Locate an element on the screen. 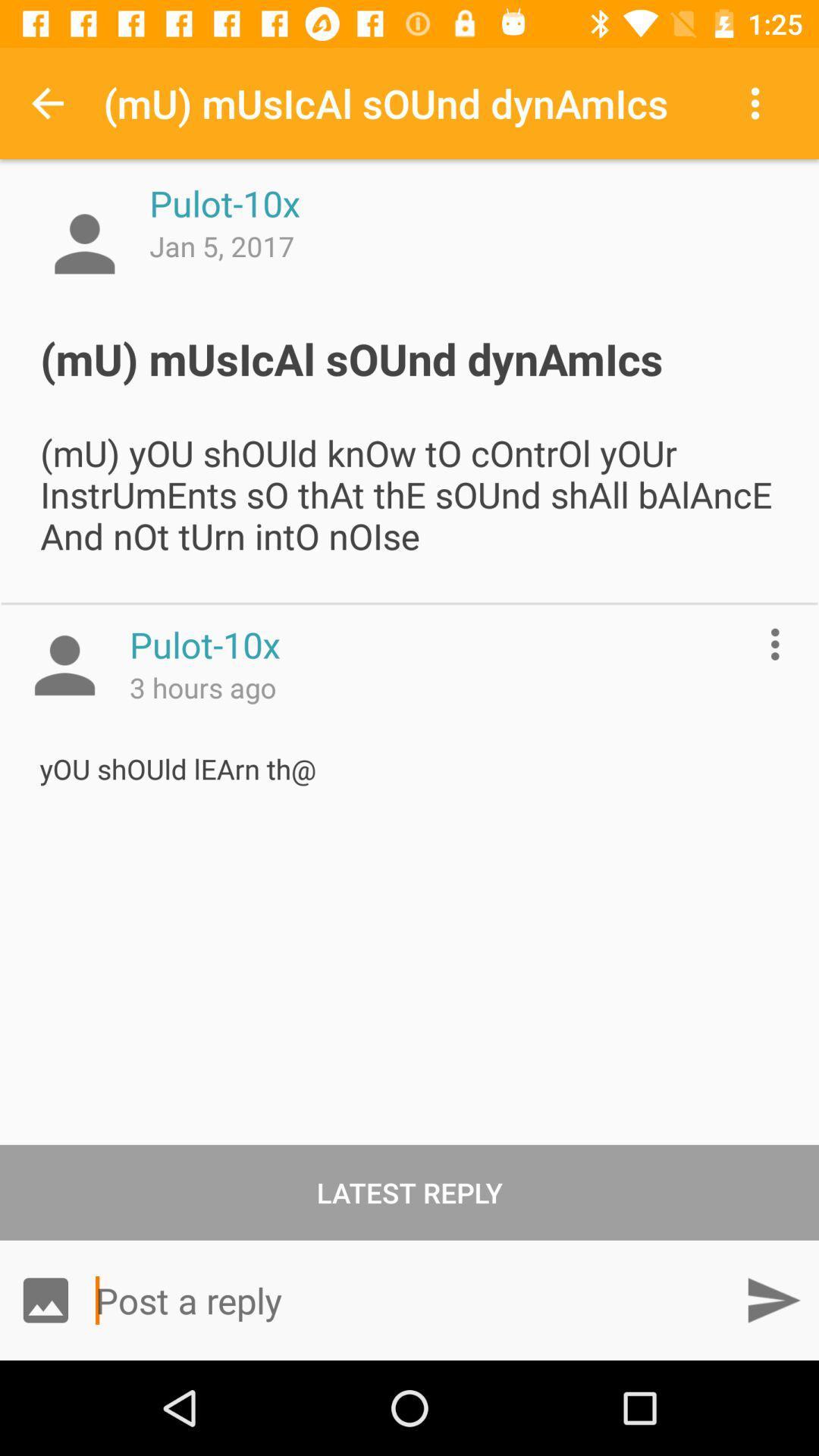 The height and width of the screenshot is (1456, 819). the wallpaper icon is located at coordinates (45, 1299).